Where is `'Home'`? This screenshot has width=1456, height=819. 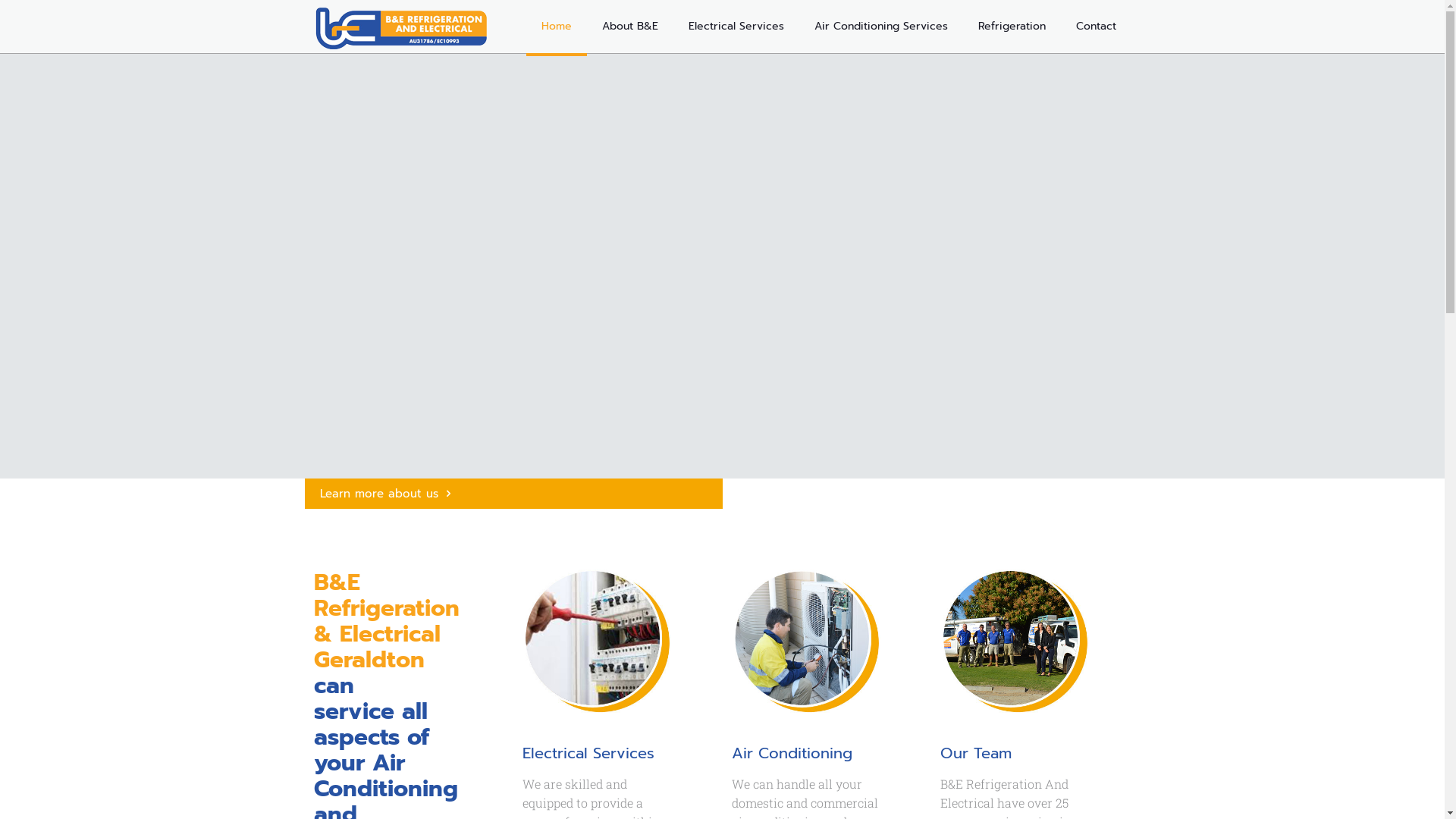 'Home' is located at coordinates (556, 26).